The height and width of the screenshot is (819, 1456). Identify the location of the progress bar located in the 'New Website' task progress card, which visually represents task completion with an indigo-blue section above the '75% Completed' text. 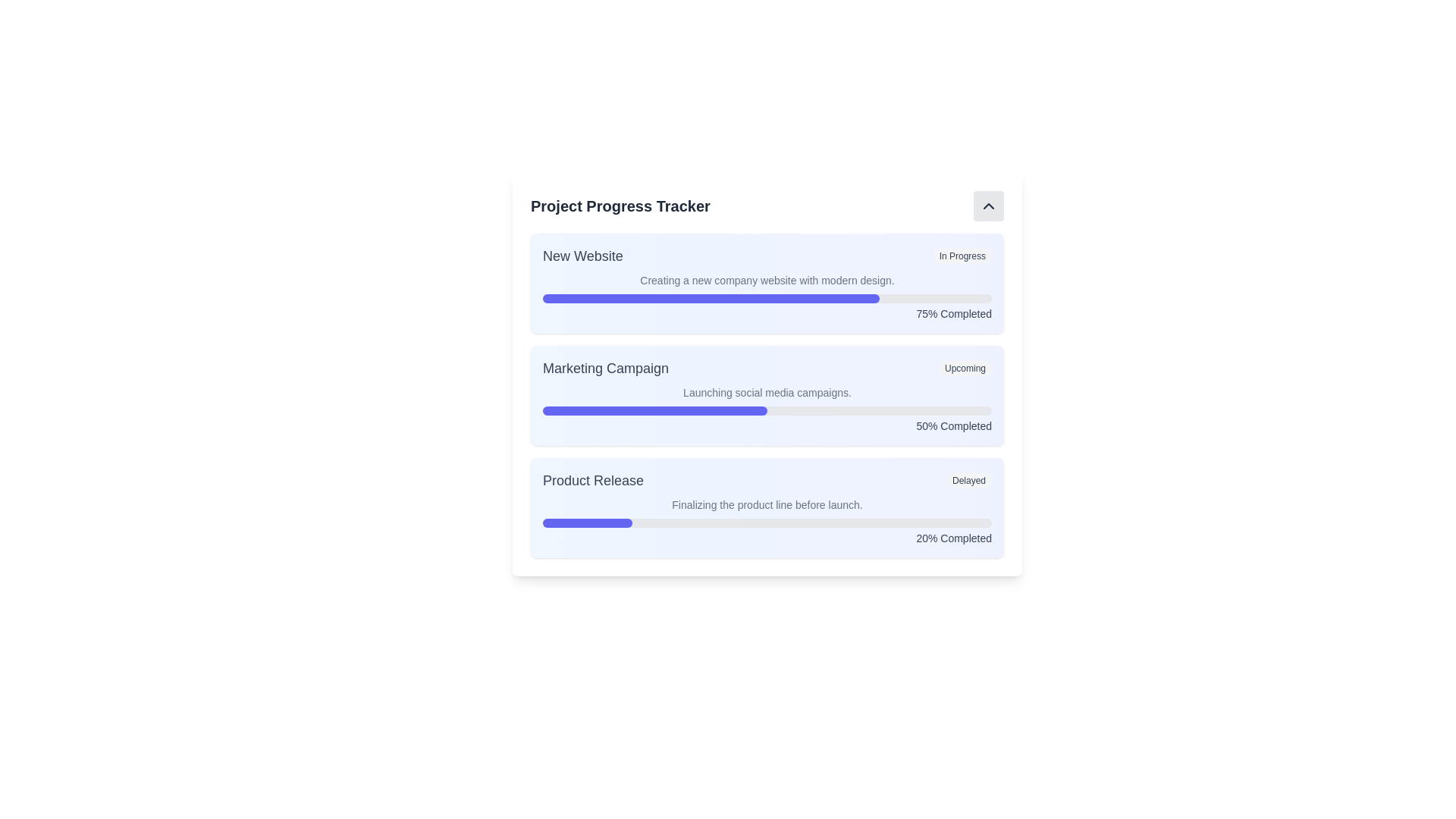
(710, 298).